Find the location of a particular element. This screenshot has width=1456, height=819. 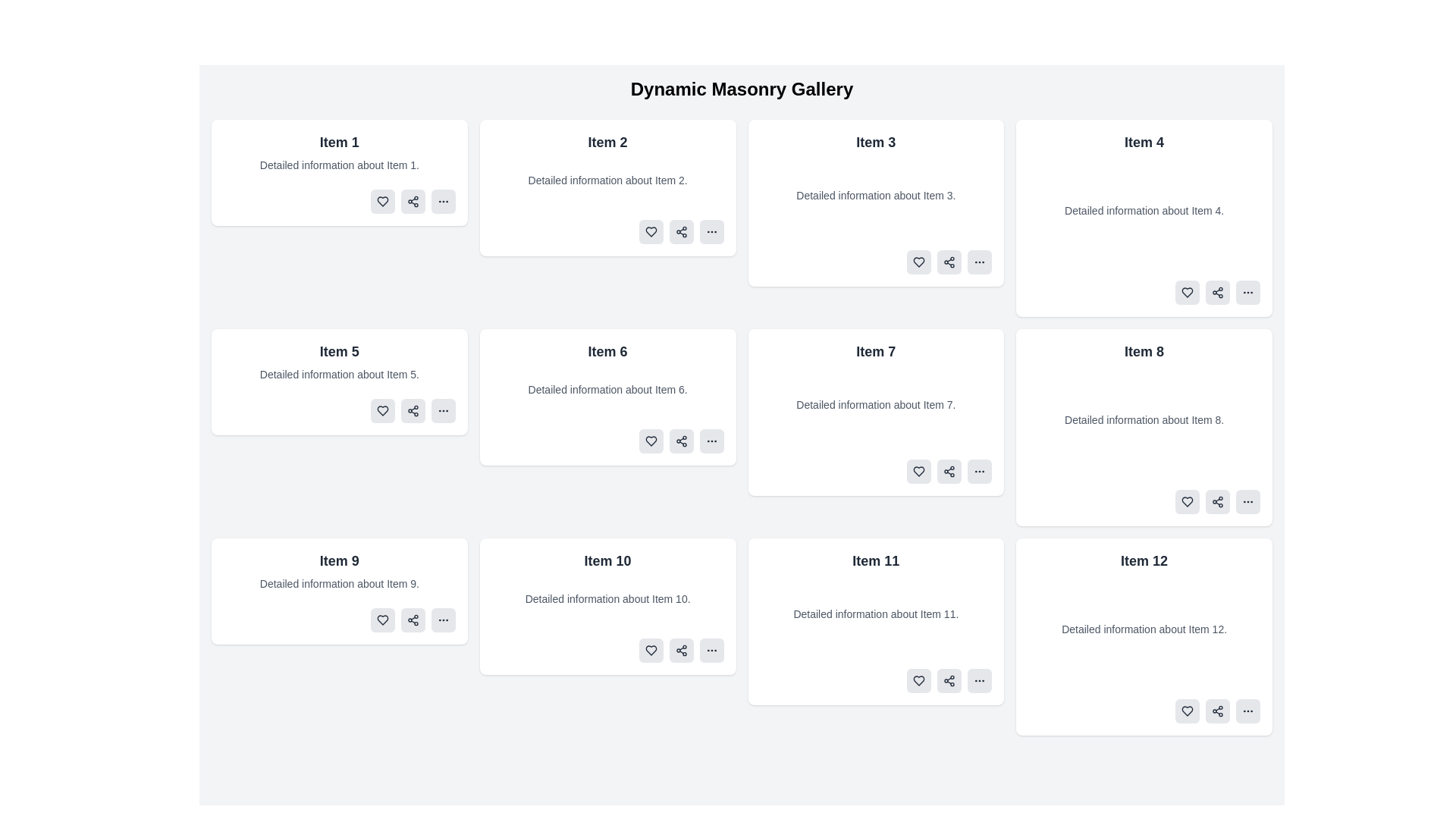

the heart-shaped icon button located within the 'Item 10' card in the third row, second column of the masonry grid is located at coordinates (651, 649).